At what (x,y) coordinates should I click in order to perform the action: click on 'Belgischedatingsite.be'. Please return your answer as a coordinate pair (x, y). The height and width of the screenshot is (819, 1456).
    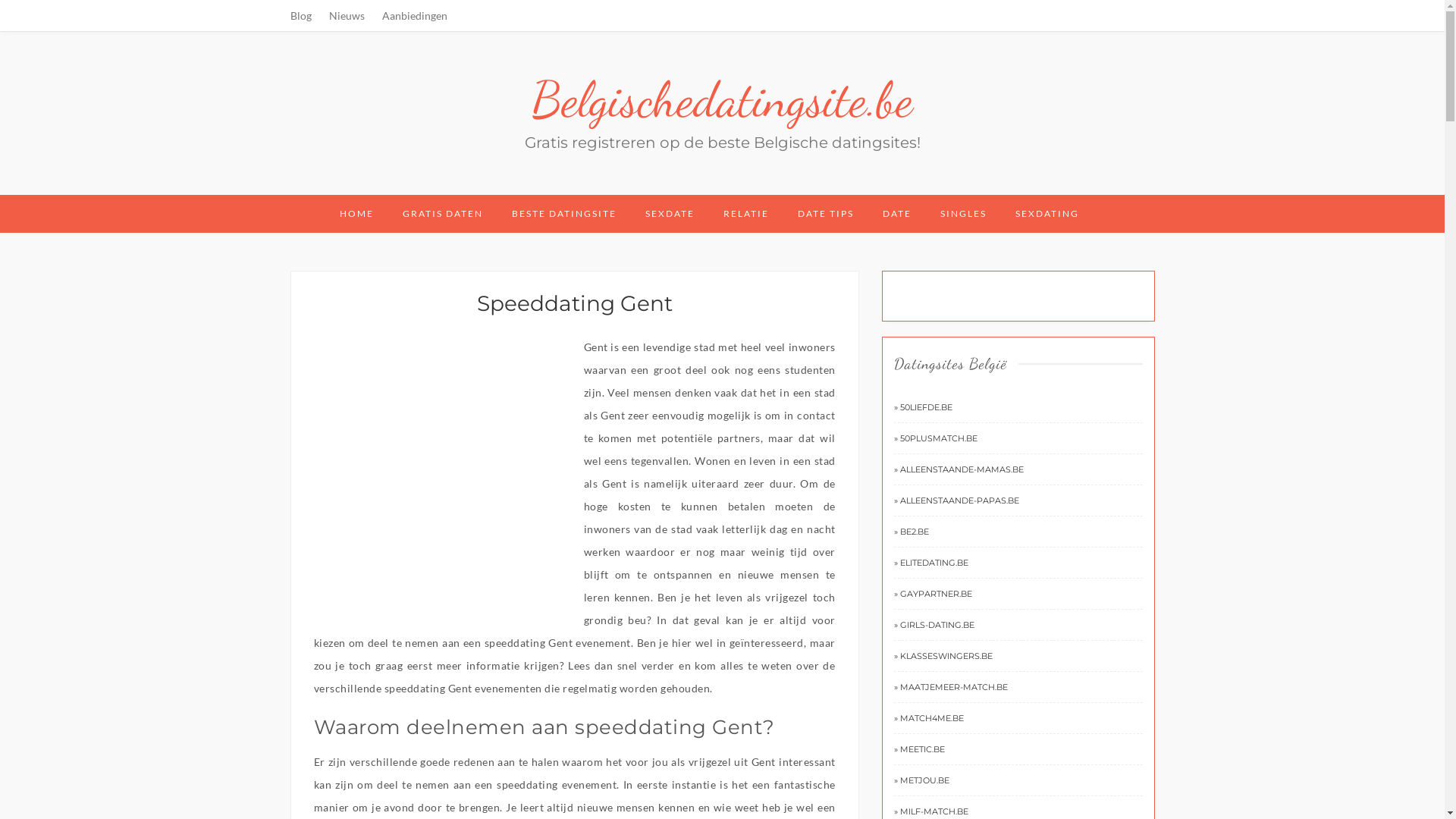
    Looking at the image, I should click on (721, 99).